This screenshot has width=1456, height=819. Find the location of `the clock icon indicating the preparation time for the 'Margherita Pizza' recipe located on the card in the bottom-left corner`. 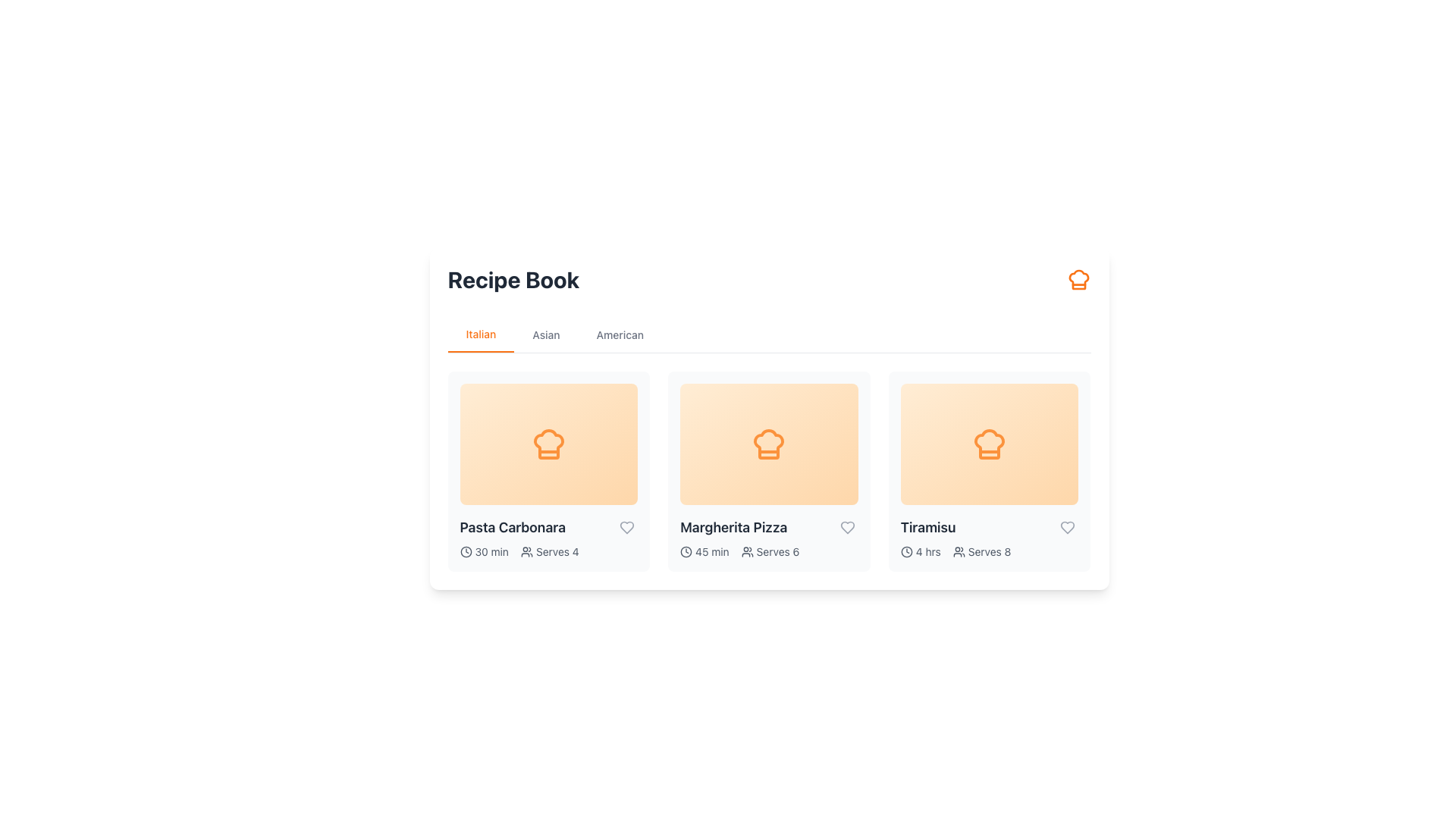

the clock icon indicating the preparation time for the 'Margherita Pizza' recipe located on the card in the bottom-left corner is located at coordinates (686, 552).